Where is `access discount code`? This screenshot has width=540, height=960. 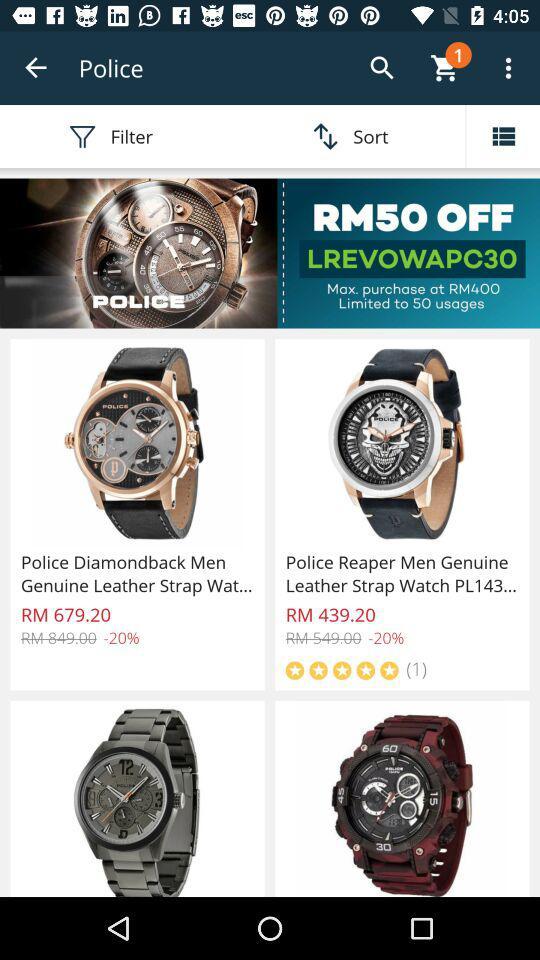
access discount code is located at coordinates (270, 252).